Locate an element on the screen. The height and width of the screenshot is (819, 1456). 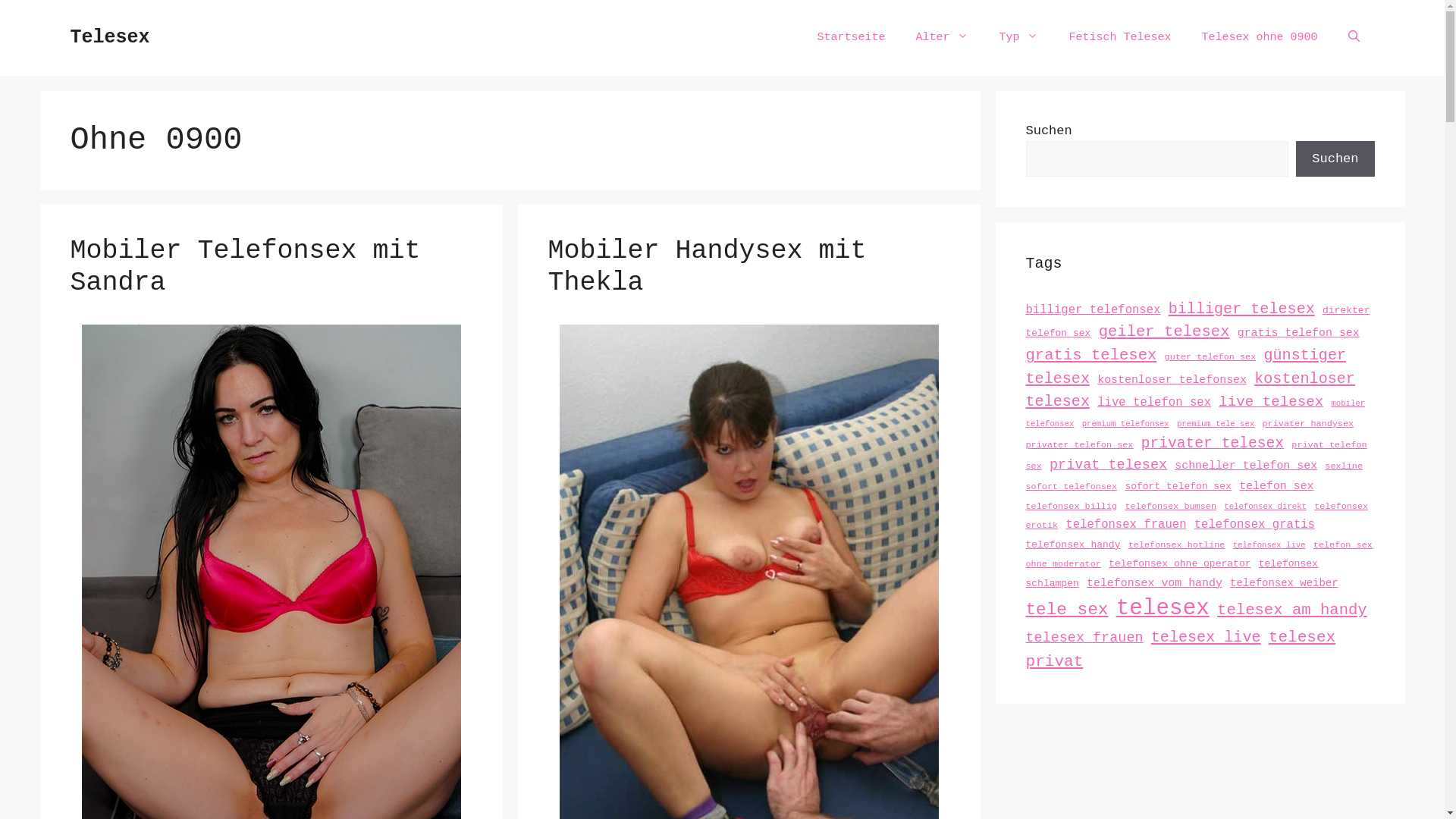
'geiler telesex' is located at coordinates (1163, 331).